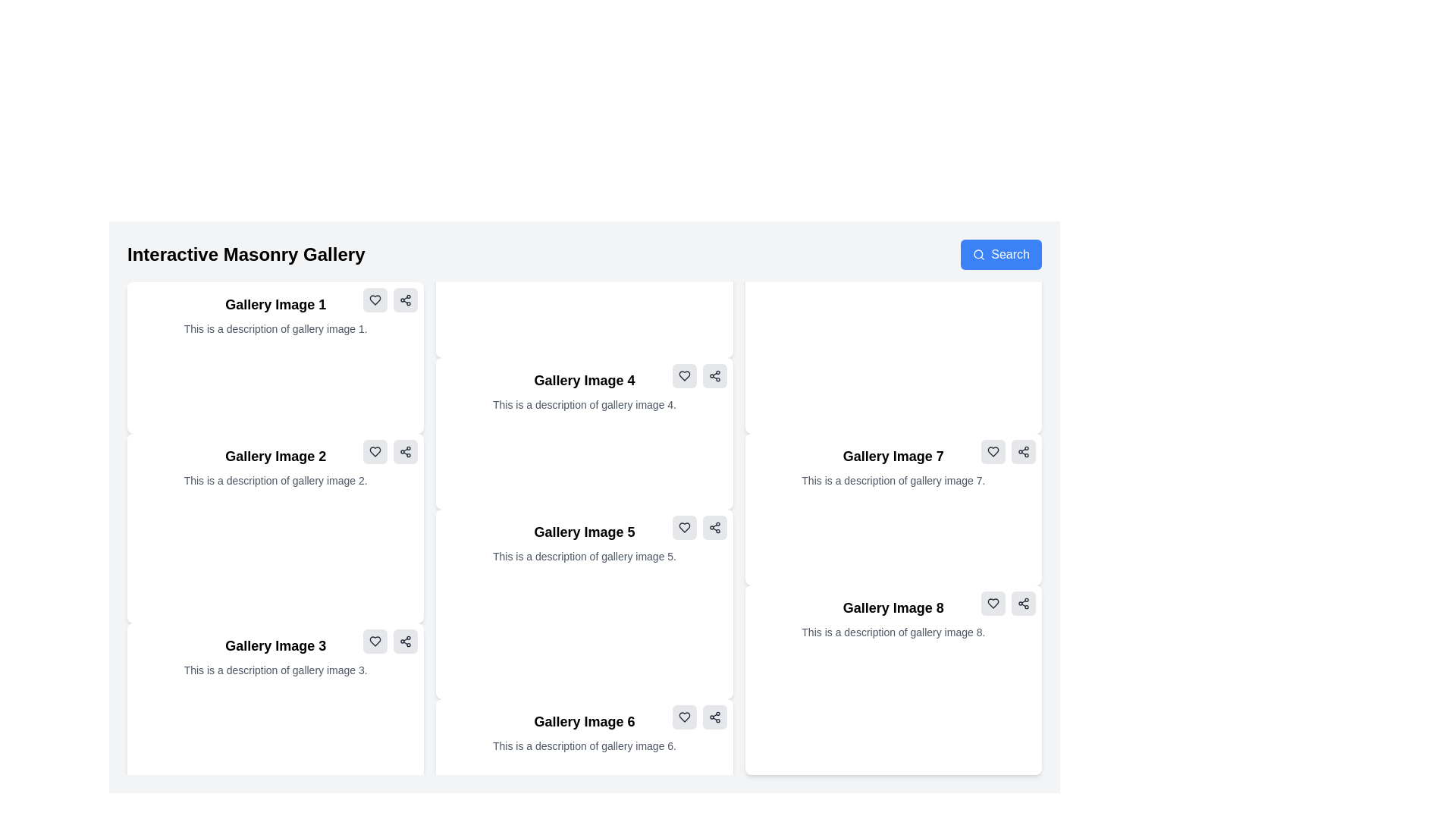 The height and width of the screenshot is (819, 1456). Describe the element at coordinates (698, 717) in the screenshot. I see `the heart icon located in the upper right corner of the 'Gallery Image 6' component, which is part of a group of interactive icons for gallery item interaction` at that location.